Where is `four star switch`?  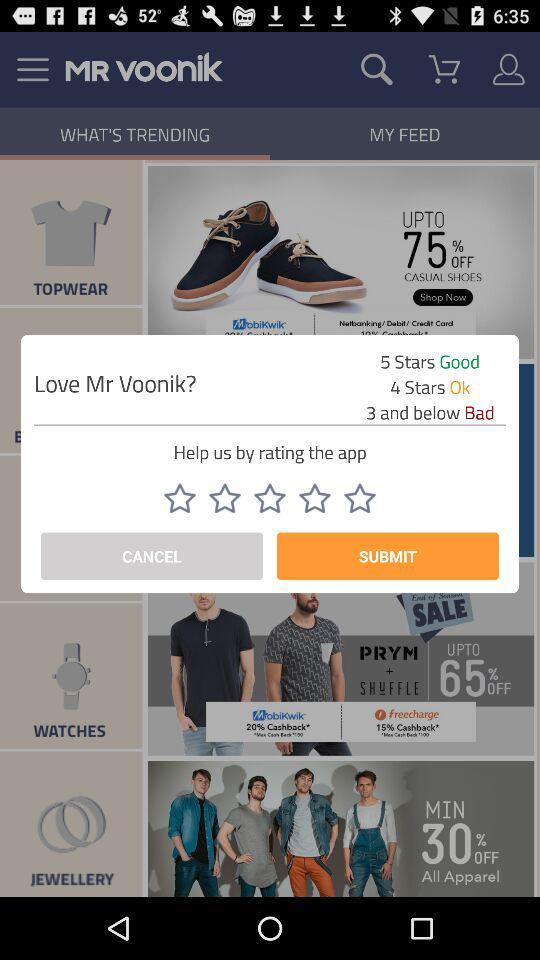
four star switch is located at coordinates (314, 497).